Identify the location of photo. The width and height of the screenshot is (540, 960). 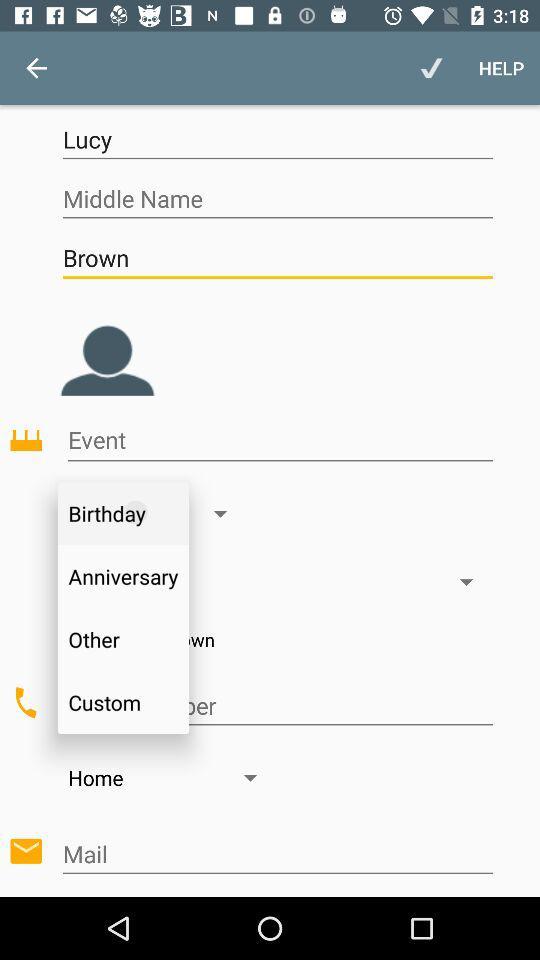
(107, 345).